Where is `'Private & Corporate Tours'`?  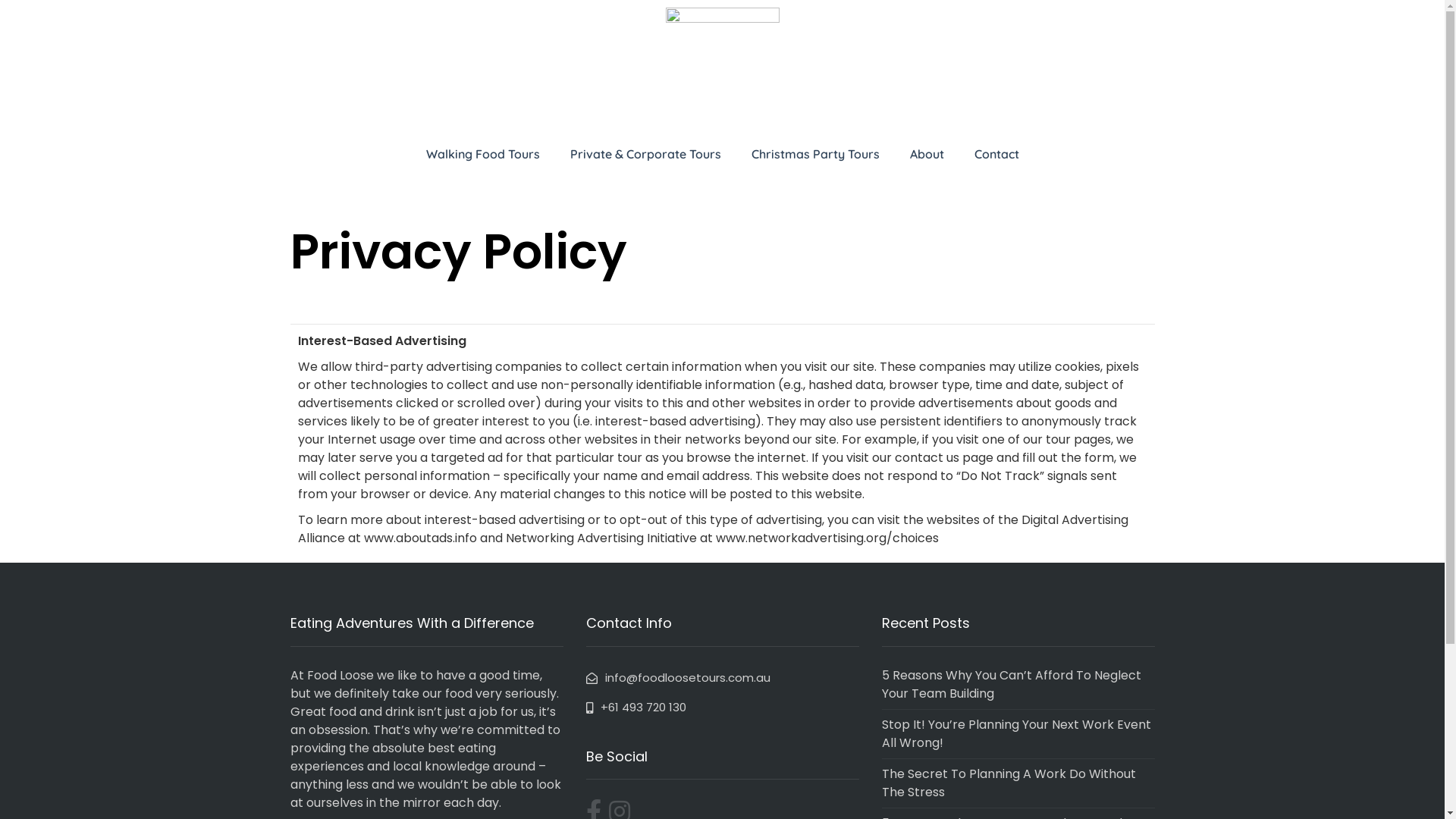 'Private & Corporate Tours' is located at coordinates (645, 154).